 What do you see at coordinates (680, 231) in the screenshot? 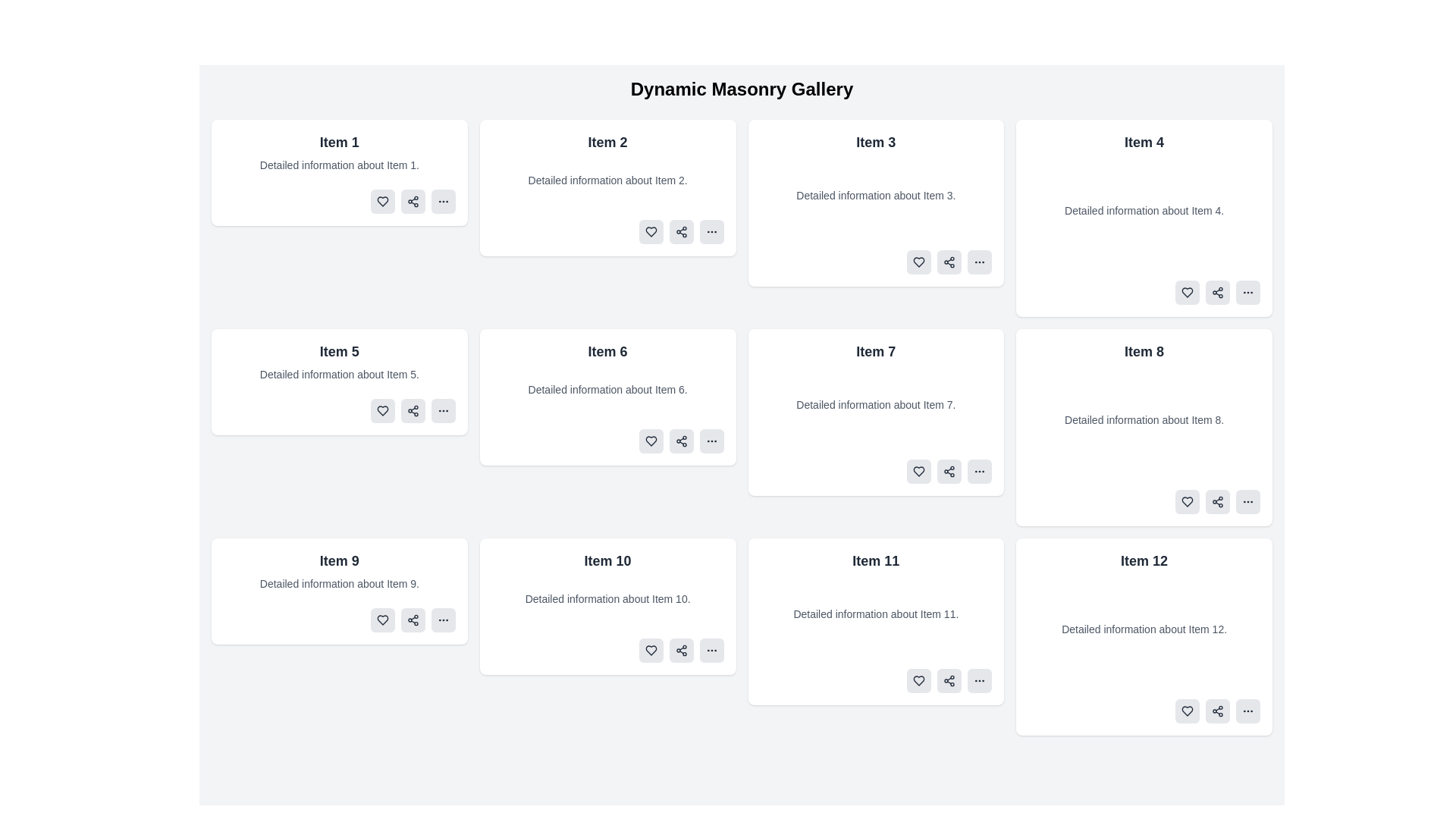
I see `the share icon button located in the bottom right corner of the card labeled 'Item 2'` at bounding box center [680, 231].